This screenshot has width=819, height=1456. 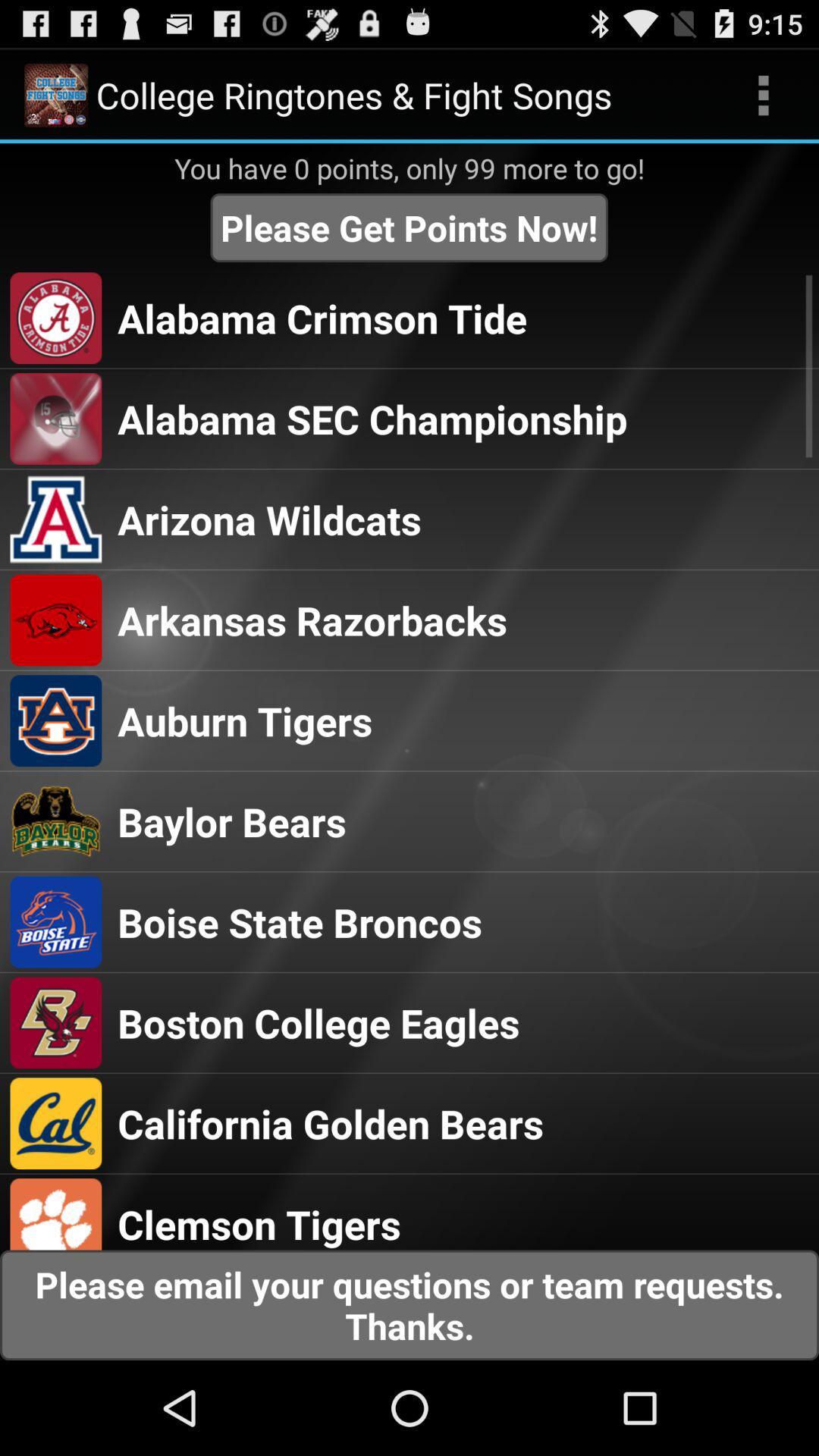 What do you see at coordinates (244, 720) in the screenshot?
I see `icon above baylor bears` at bounding box center [244, 720].